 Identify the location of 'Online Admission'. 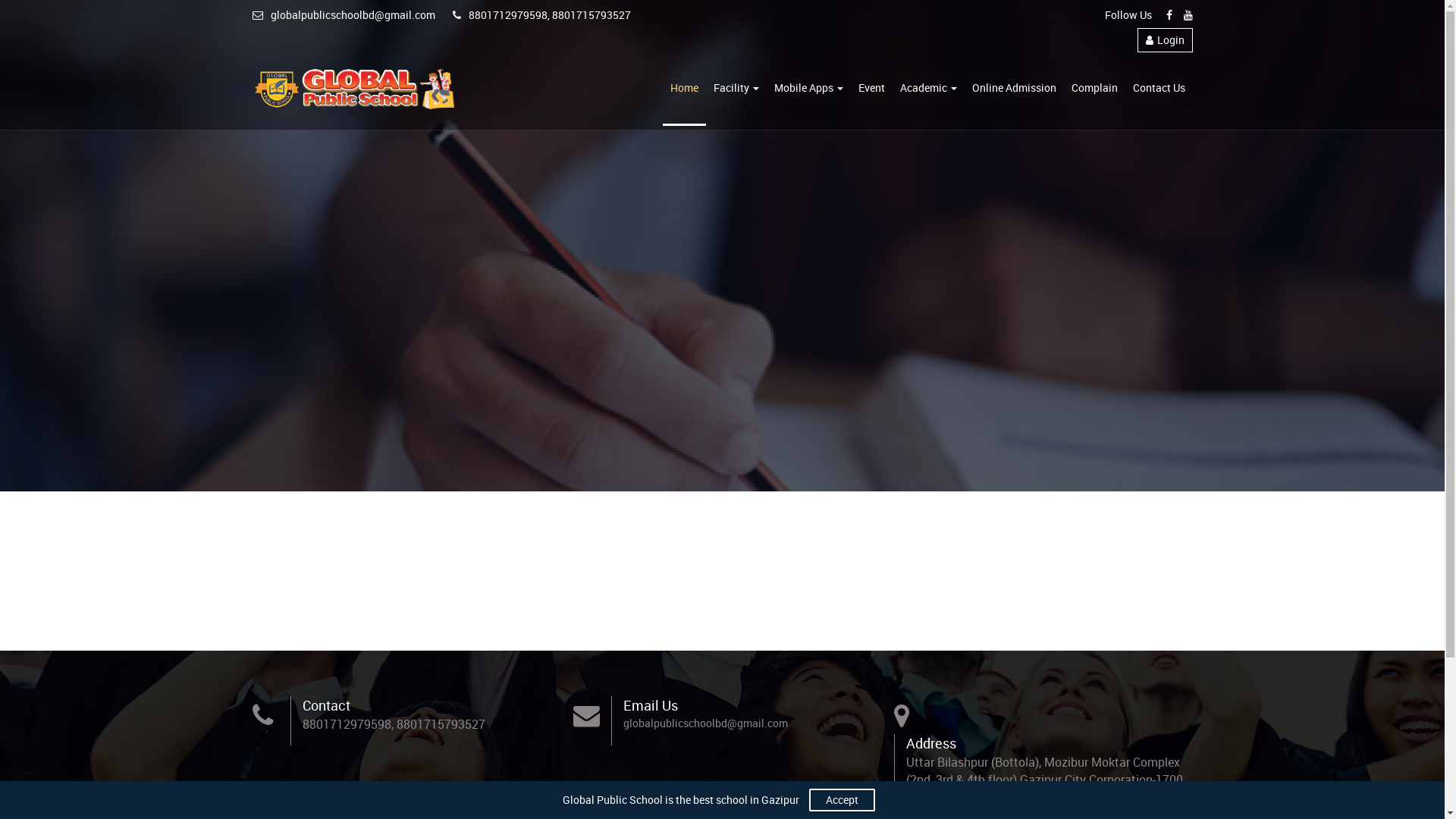
(1014, 89).